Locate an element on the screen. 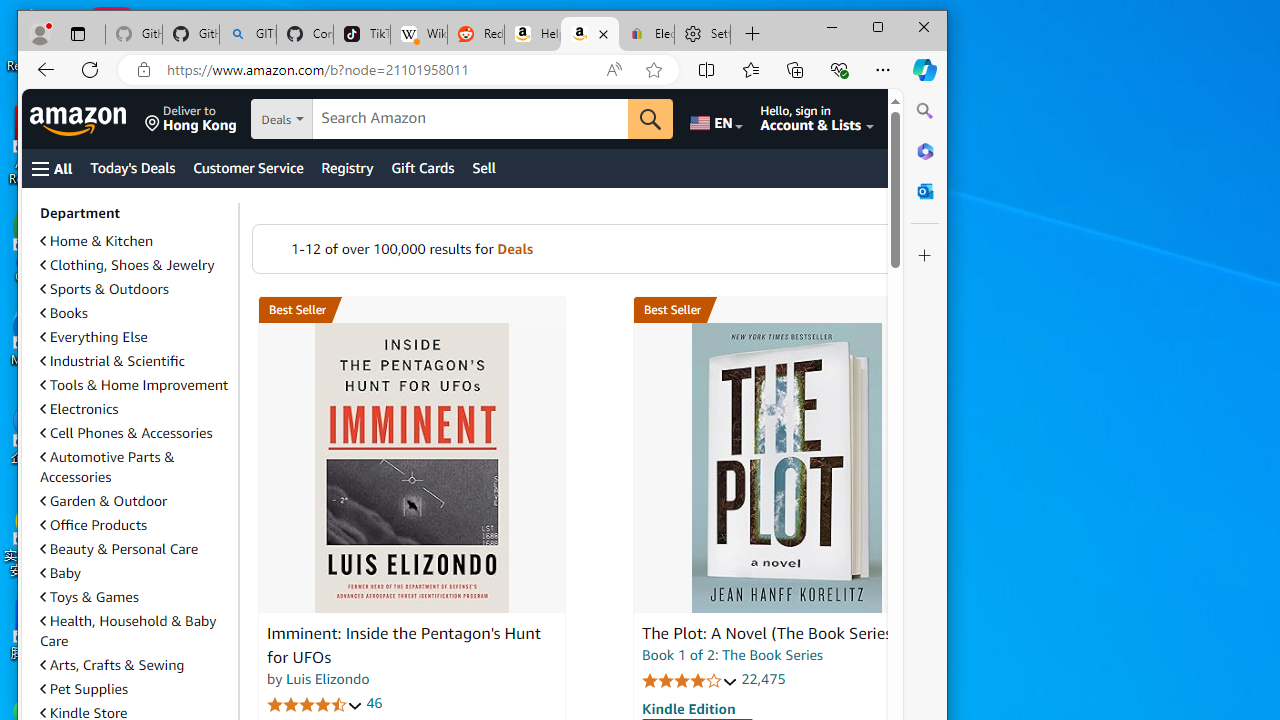  'Pet Supplies' is located at coordinates (82, 687).